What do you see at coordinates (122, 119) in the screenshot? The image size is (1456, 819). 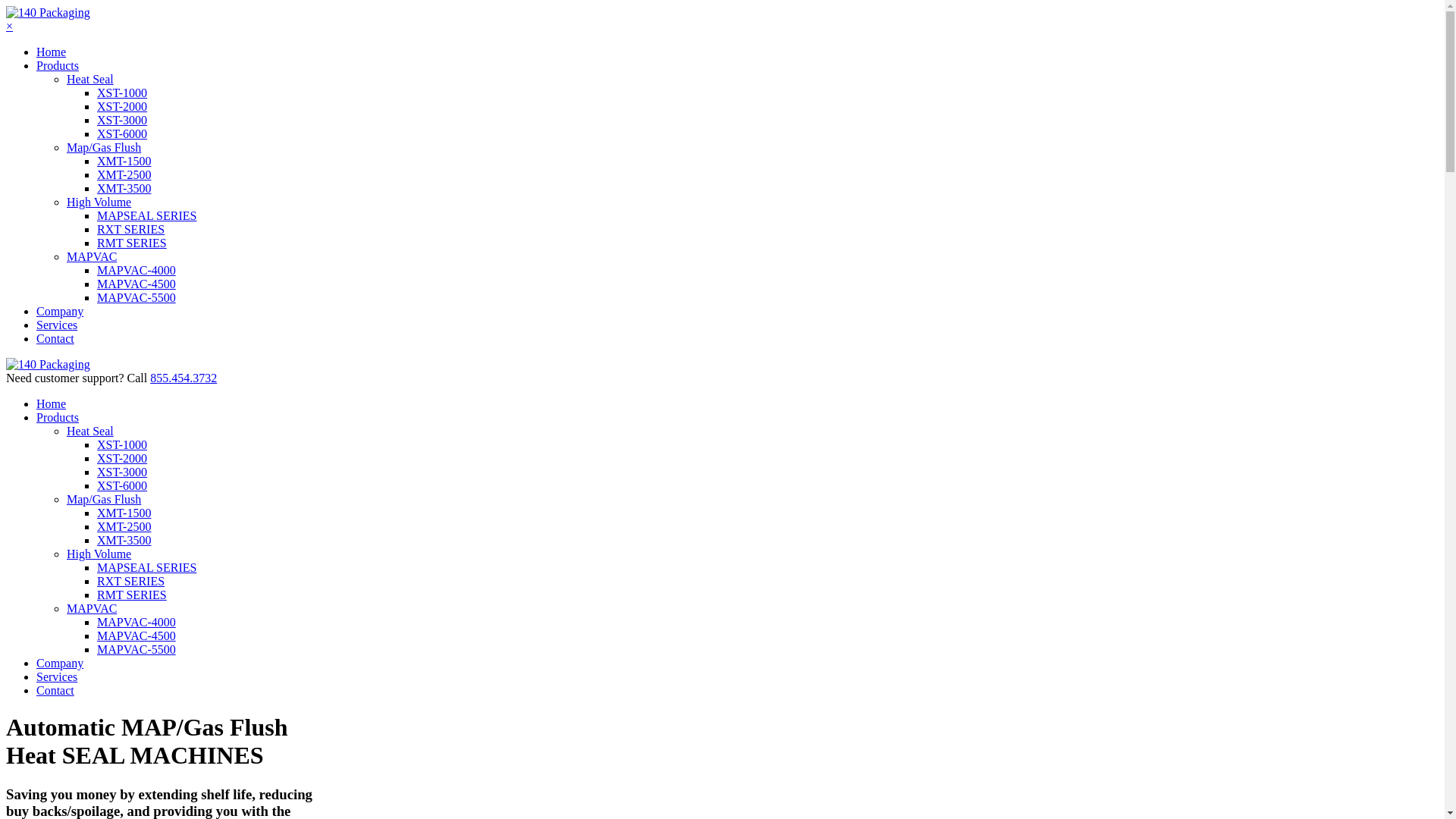 I see `'XST-3000'` at bounding box center [122, 119].